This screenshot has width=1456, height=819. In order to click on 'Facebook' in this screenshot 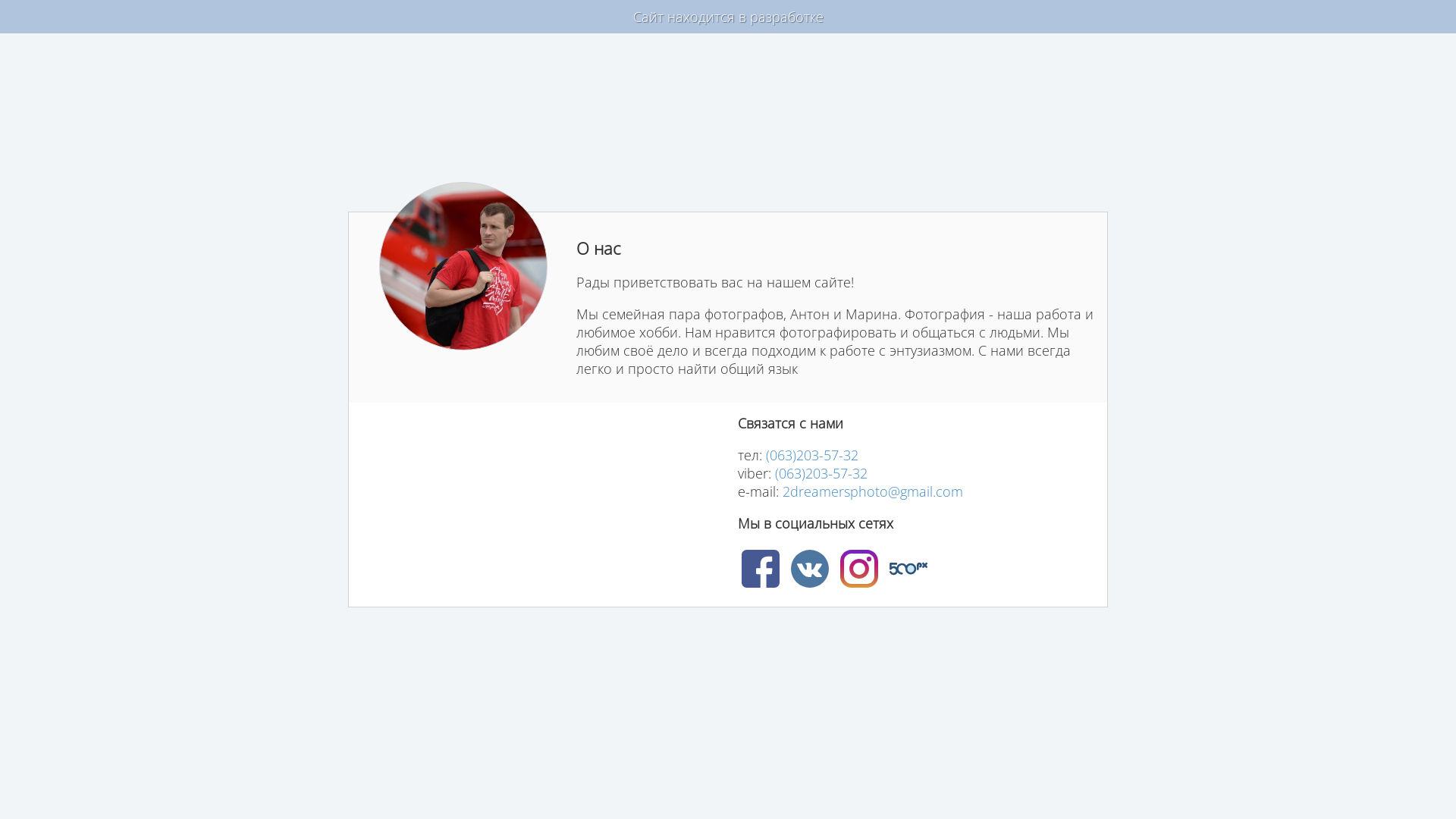, I will do `click(761, 568)`.